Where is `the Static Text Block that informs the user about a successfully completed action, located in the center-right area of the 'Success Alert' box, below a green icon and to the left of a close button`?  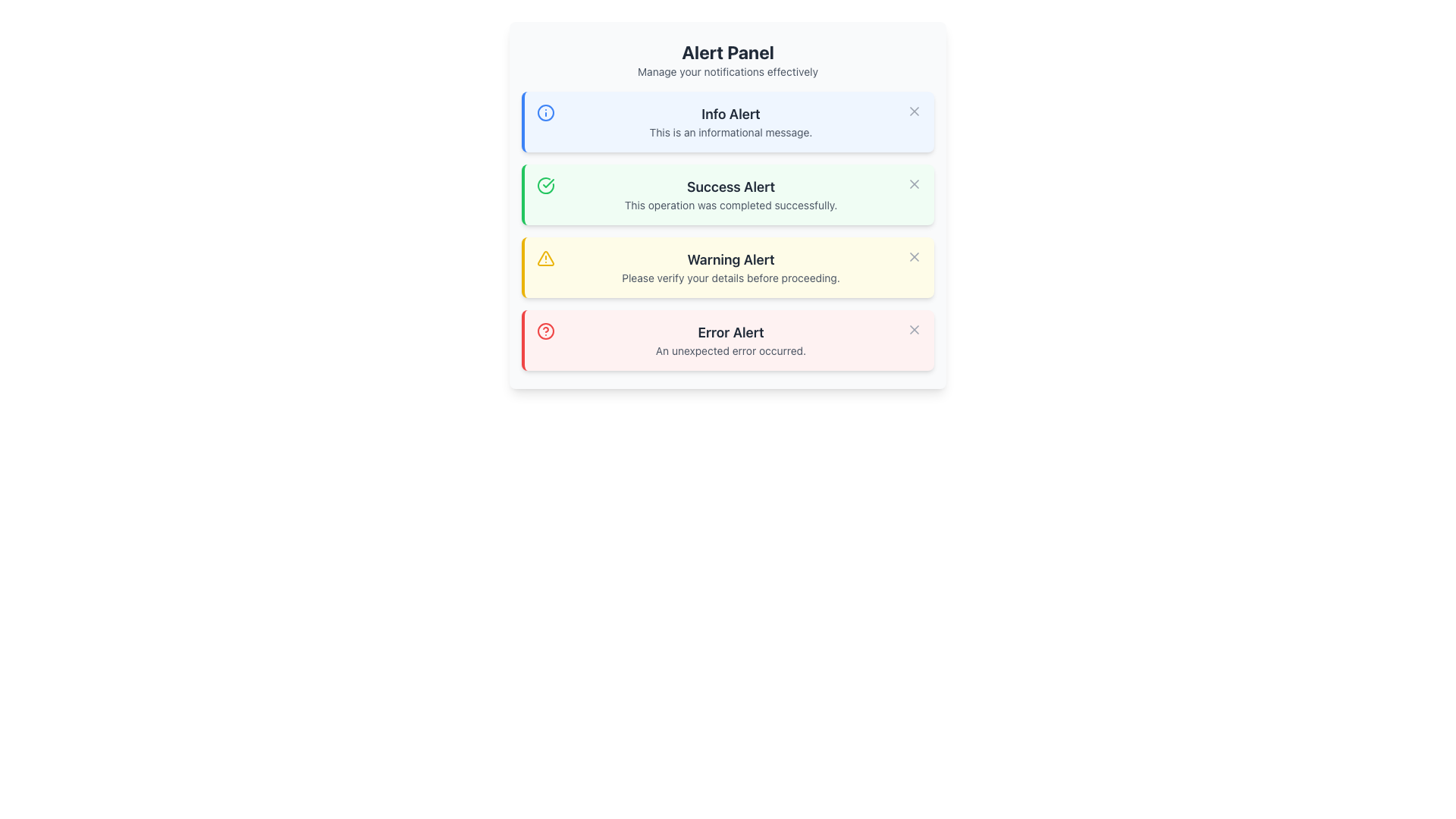 the Static Text Block that informs the user about a successfully completed action, located in the center-right area of the 'Success Alert' box, below a green icon and to the left of a close button is located at coordinates (731, 194).